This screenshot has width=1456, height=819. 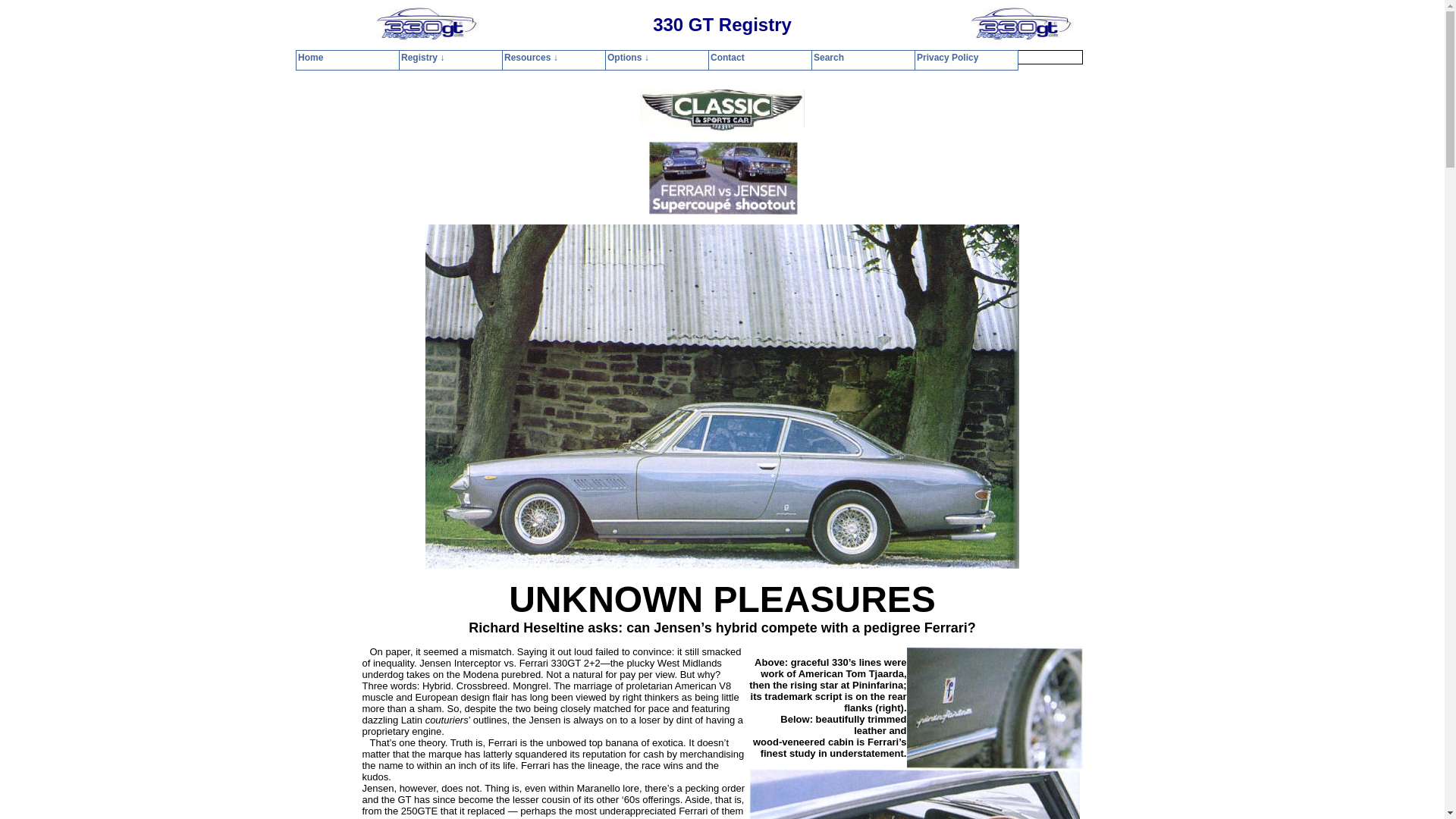 I want to click on 'Resources', so click(x=662, y=56).